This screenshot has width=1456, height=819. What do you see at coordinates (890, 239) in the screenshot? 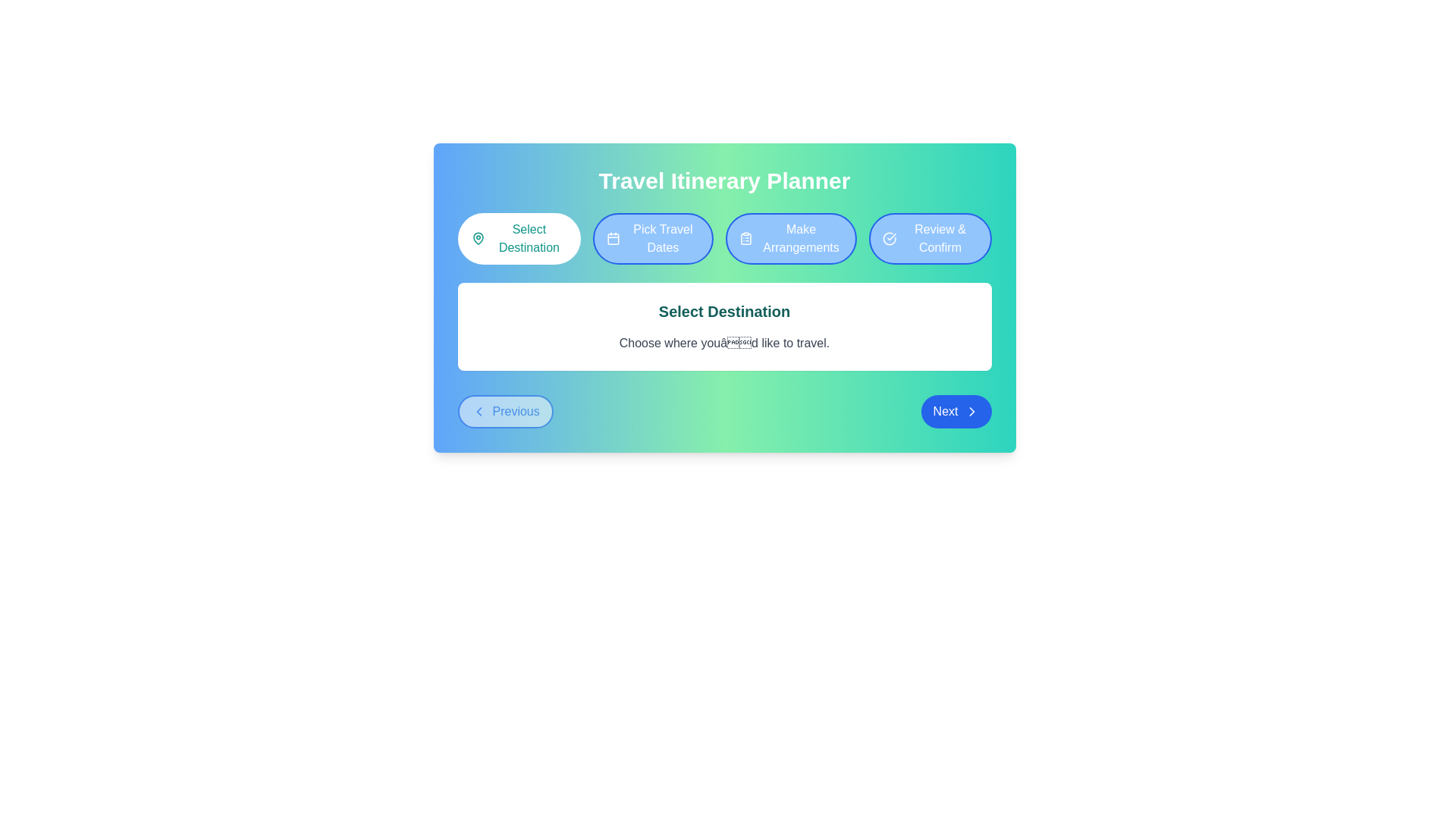
I see `the decorative icon indicating completion related to the 'Review & Confirm' step within the workflow` at bounding box center [890, 239].